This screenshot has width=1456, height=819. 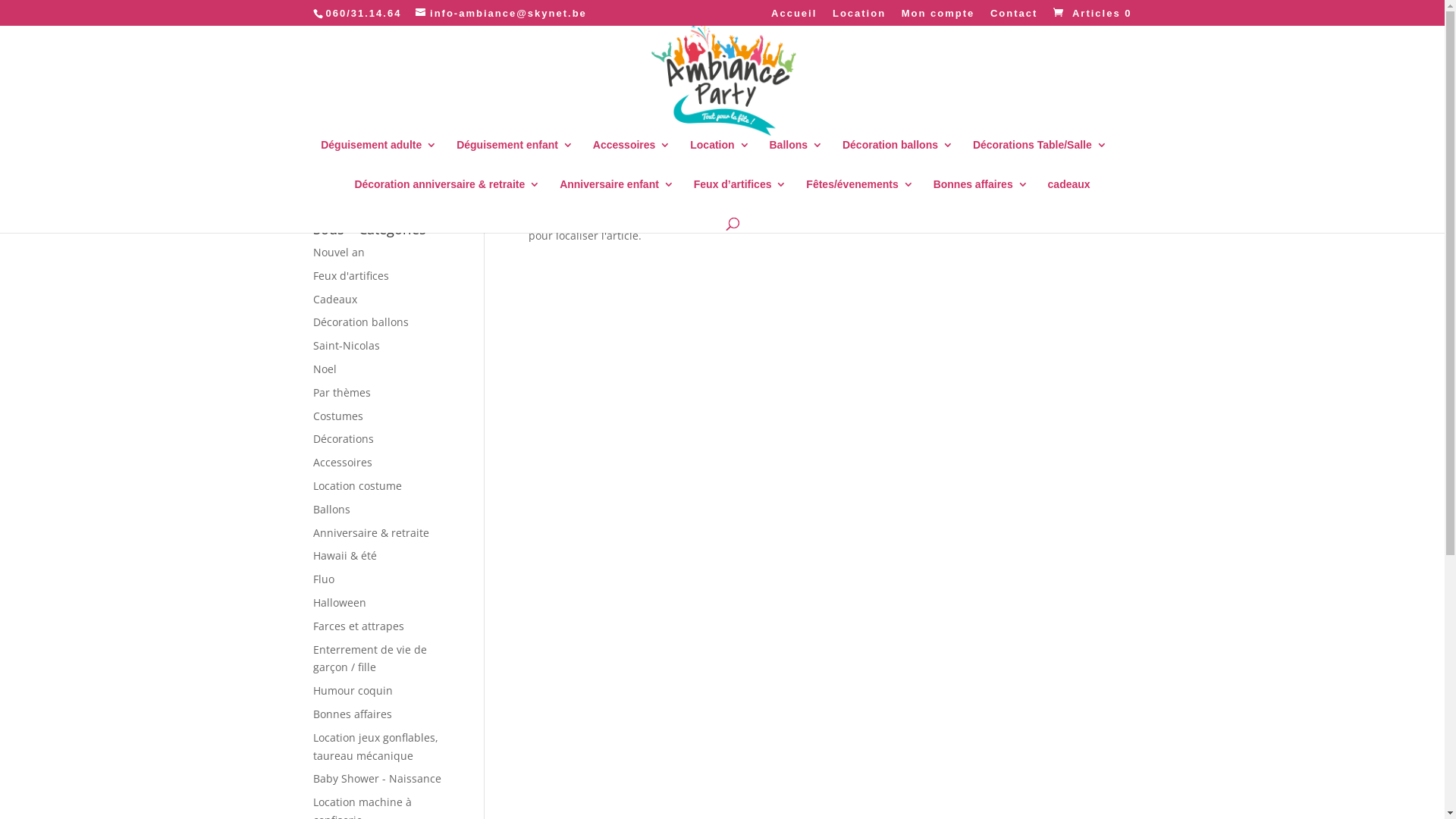 I want to click on 'cadeaux', so click(x=1068, y=195).